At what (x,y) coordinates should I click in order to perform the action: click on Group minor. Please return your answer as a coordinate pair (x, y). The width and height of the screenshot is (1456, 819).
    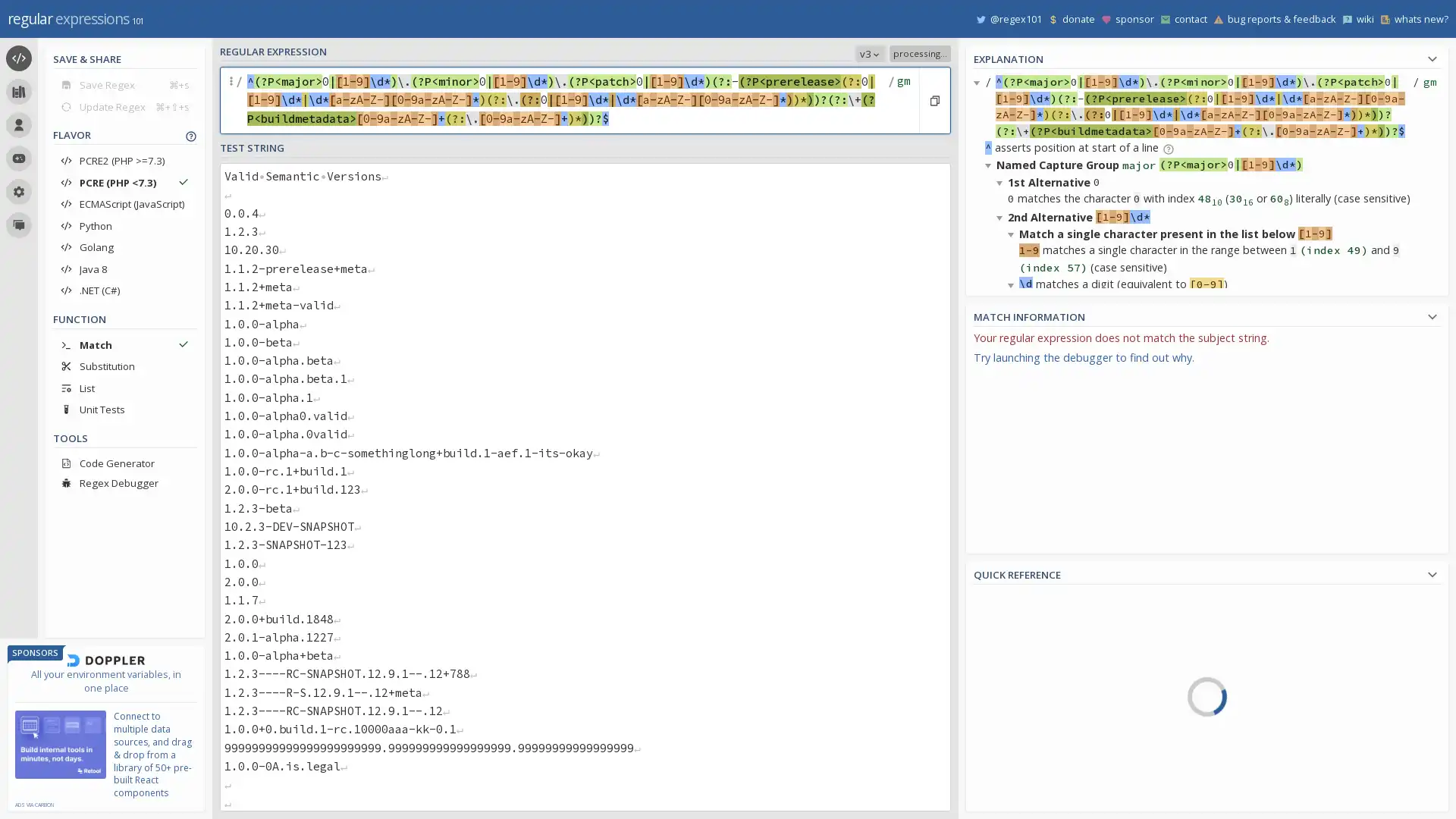
    Looking at the image, I should click on (1040, 777).